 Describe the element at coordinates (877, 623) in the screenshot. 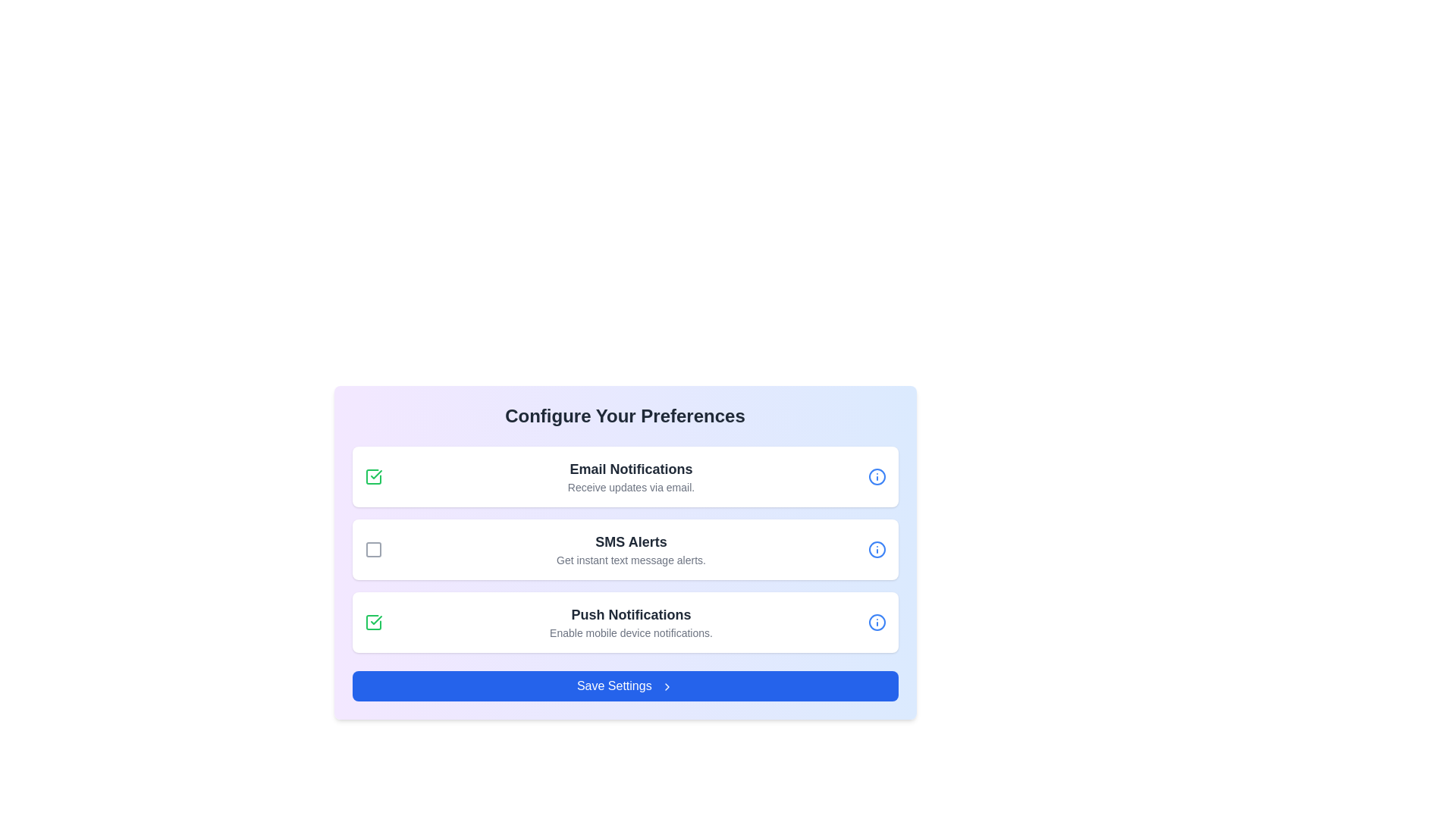

I see `the circular icon indicating additional options for the 'Push Notifications' feature` at that location.